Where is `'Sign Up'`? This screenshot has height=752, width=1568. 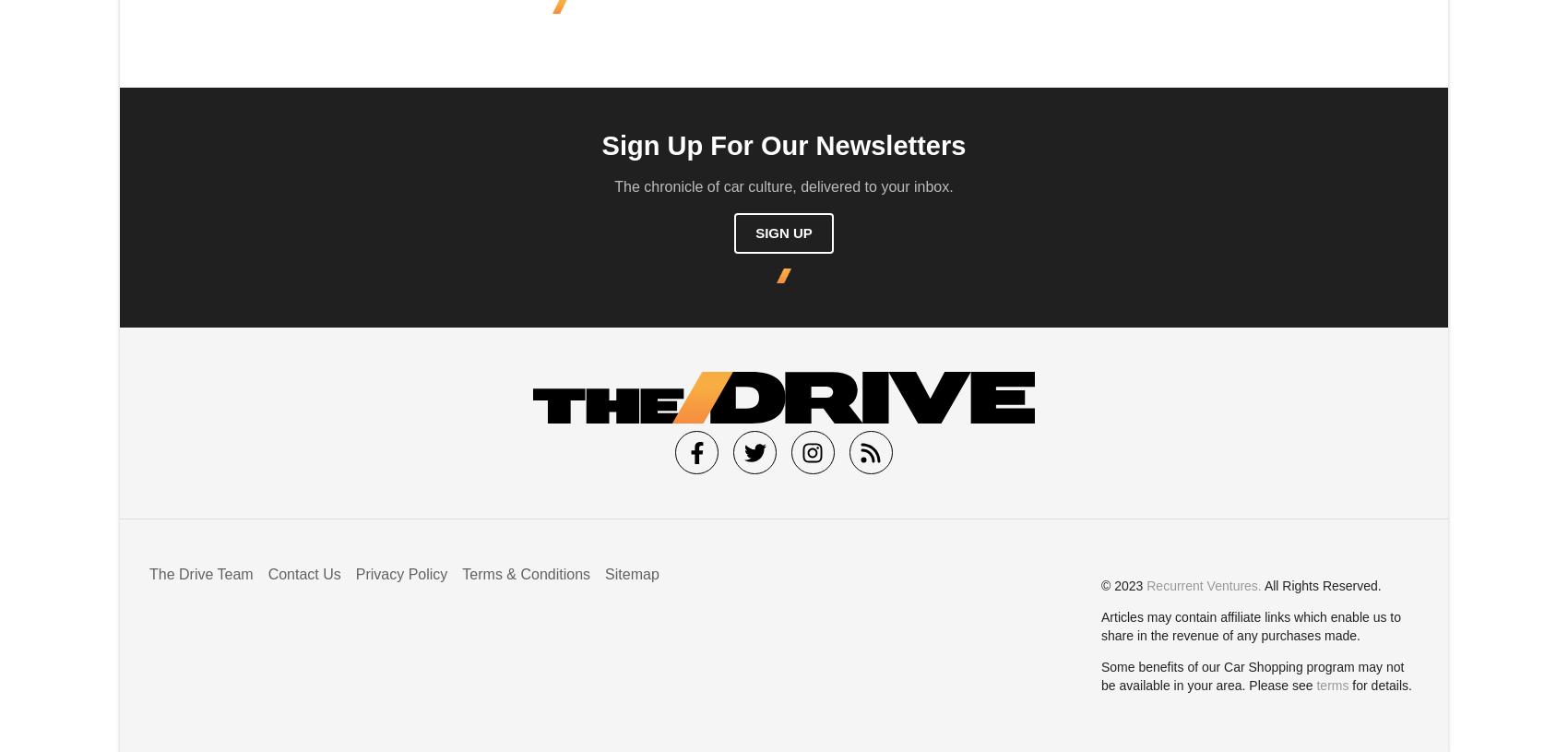
'Sign Up' is located at coordinates (782, 233).